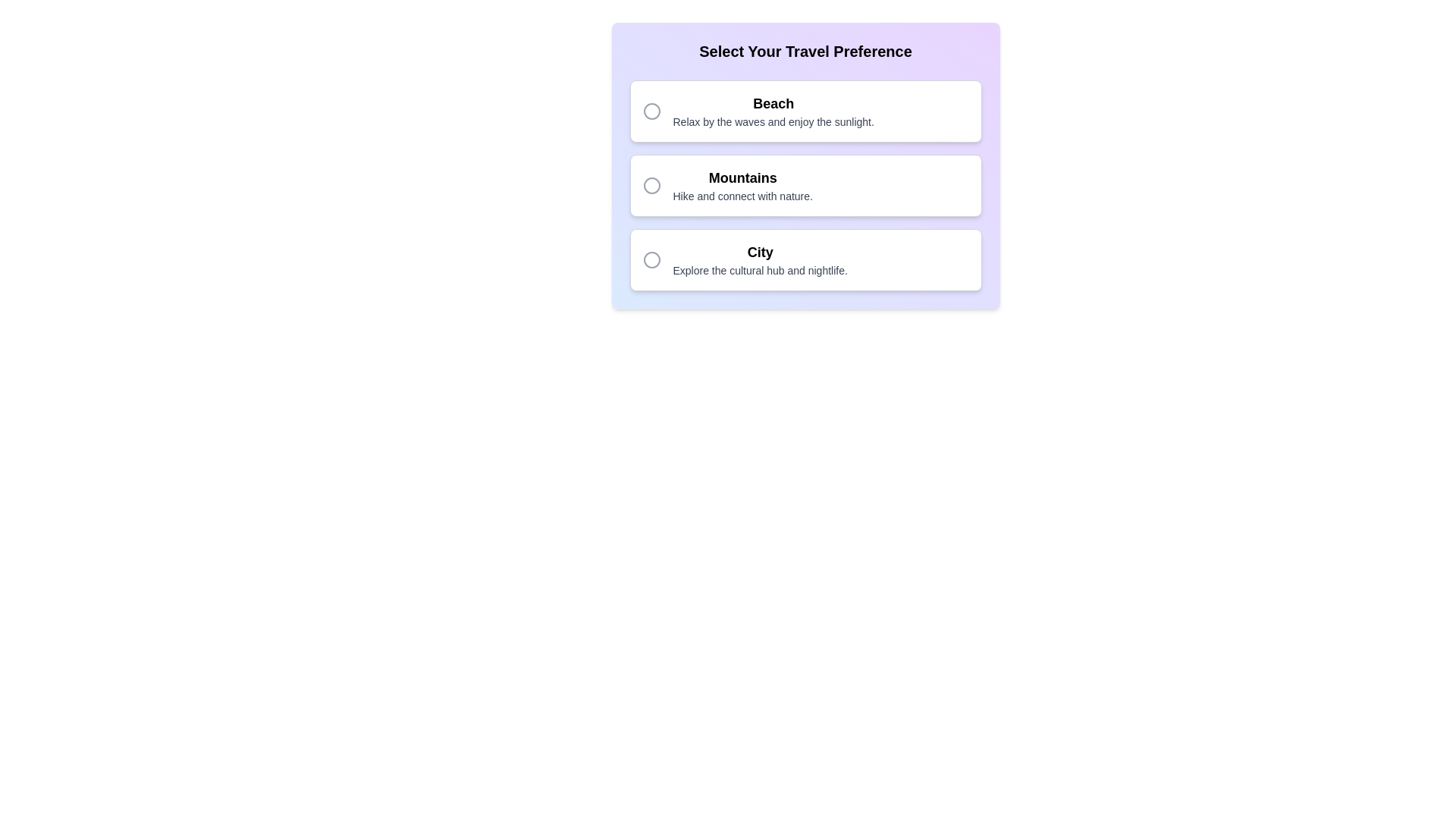  Describe the element at coordinates (773, 103) in the screenshot. I see `the title/header text for the 'Beach' travel preference option, which is visually distinct and located in the first option card under the 'Select Your Travel Preference' section` at that location.